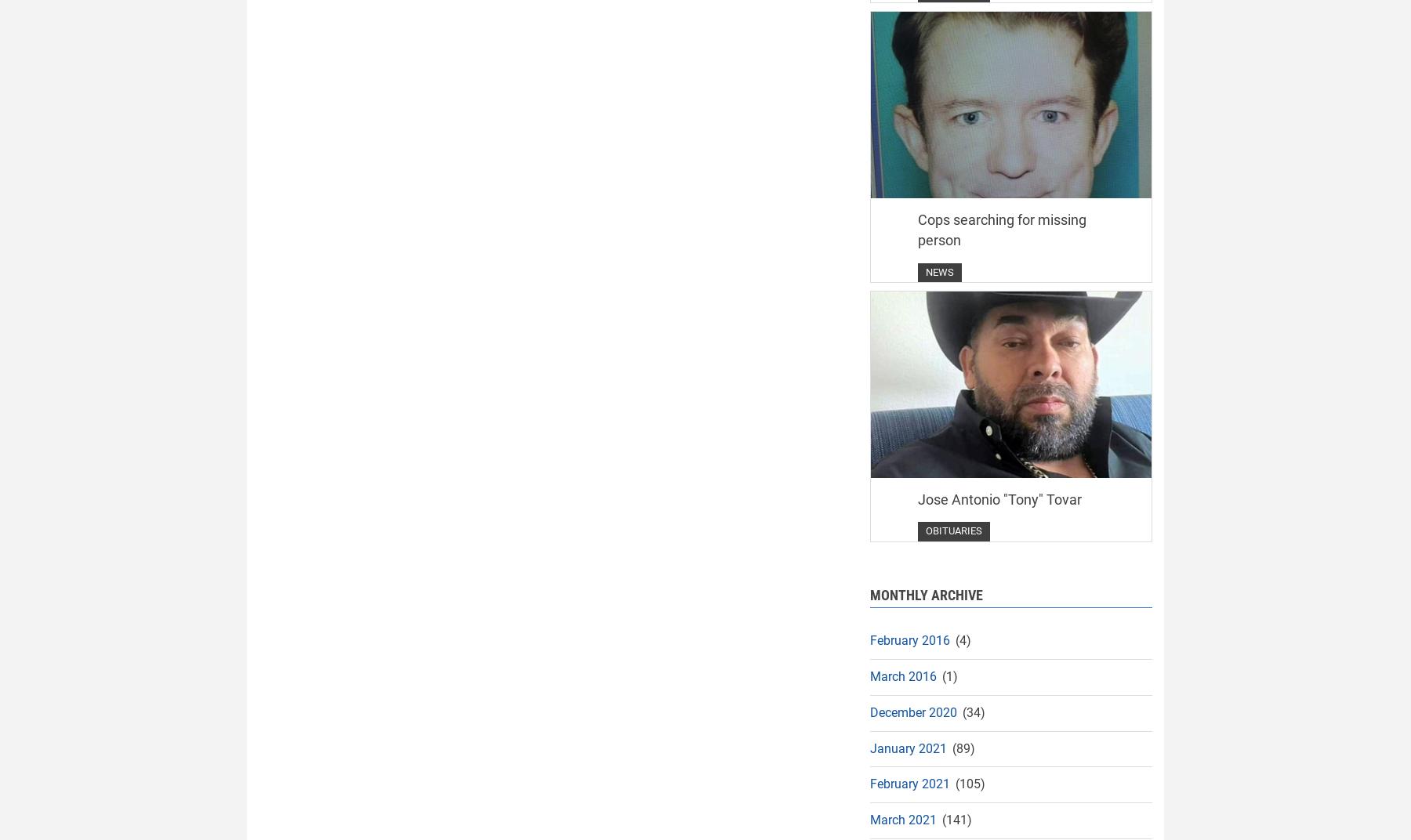 Image resolution: width=1411 pixels, height=840 pixels. I want to click on 'January 2021', so click(908, 747).